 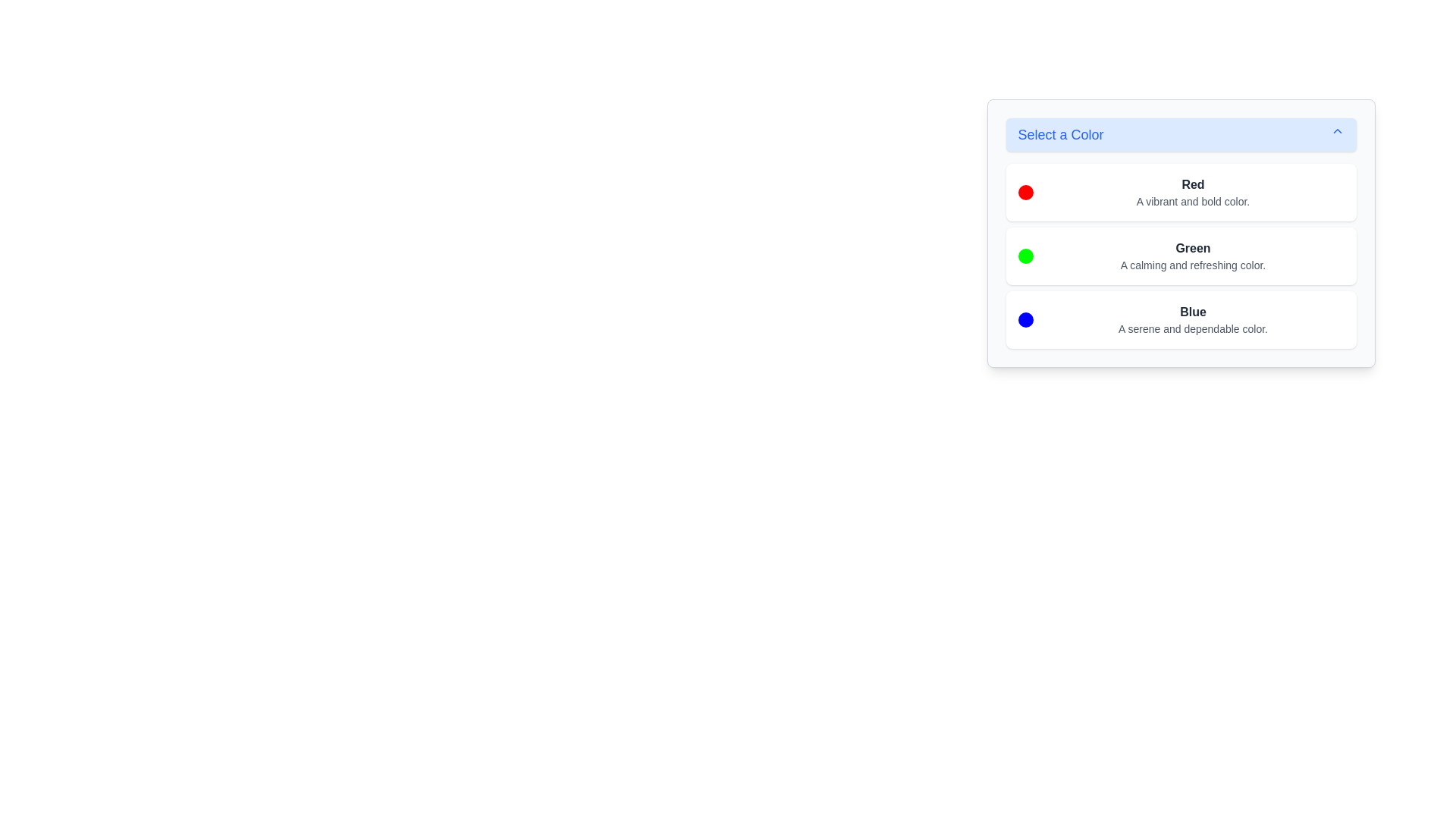 What do you see at coordinates (1192, 312) in the screenshot?
I see `the label that displays the text 'Blue' in bold dark gray, positioned below the options 'Red' and 'Green' in the vertical stack` at bounding box center [1192, 312].